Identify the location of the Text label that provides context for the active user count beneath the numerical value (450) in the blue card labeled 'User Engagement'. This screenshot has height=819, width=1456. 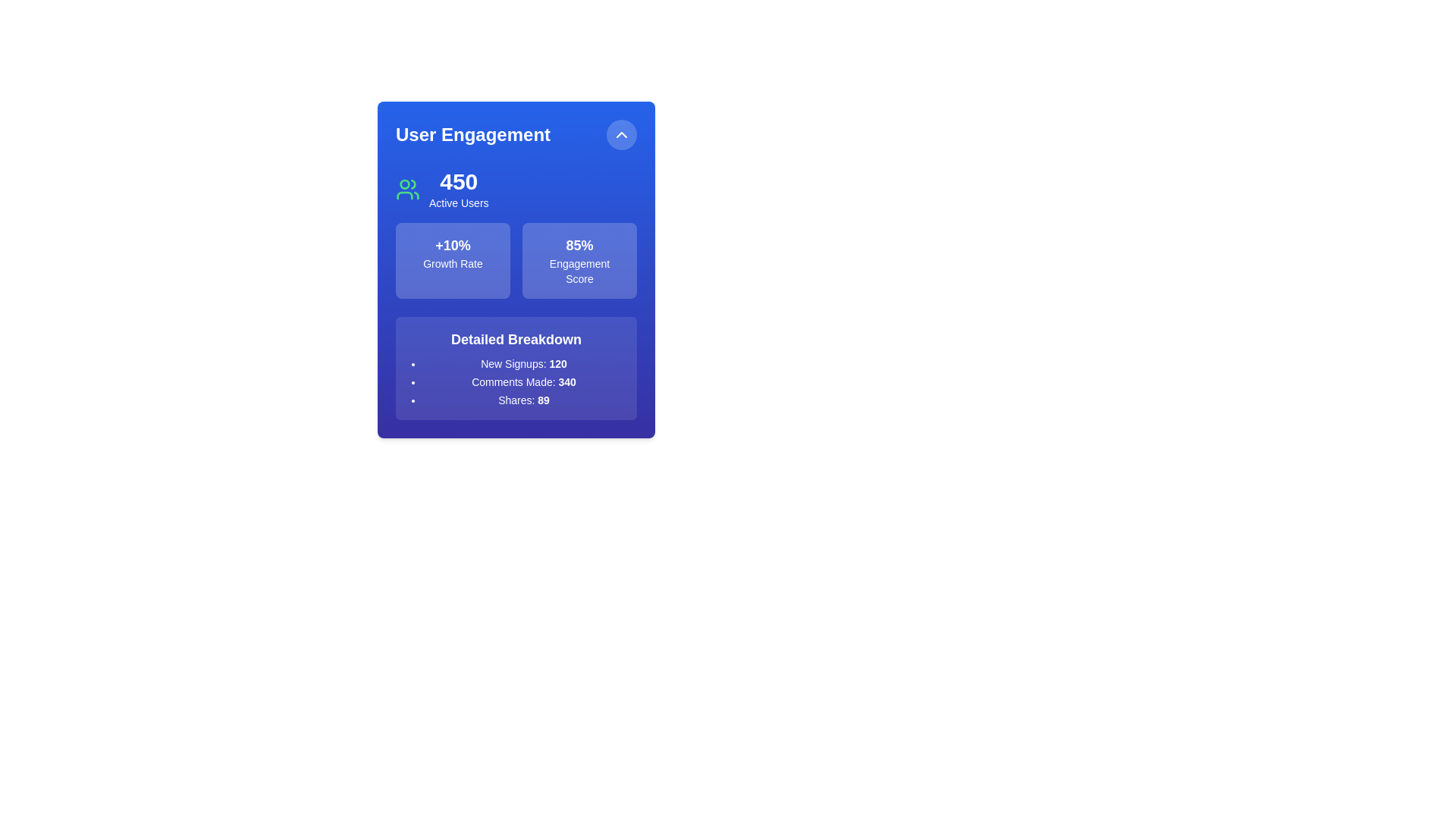
(458, 202).